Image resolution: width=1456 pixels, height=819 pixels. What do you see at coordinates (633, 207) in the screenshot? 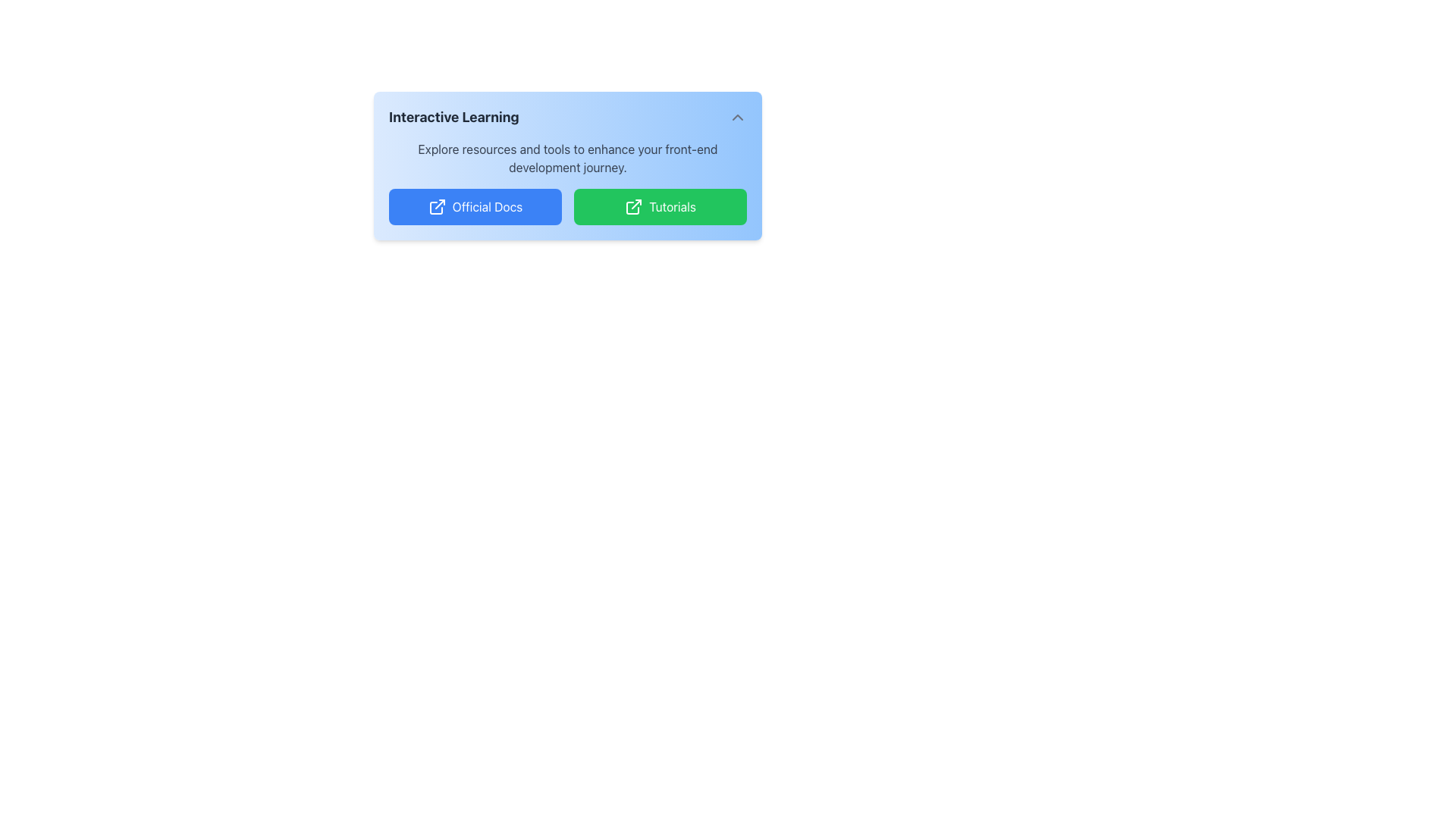
I see `the external link icon located on the left side of the green 'Tutorials' button, which features a diagonal upward-right arrow` at bounding box center [633, 207].